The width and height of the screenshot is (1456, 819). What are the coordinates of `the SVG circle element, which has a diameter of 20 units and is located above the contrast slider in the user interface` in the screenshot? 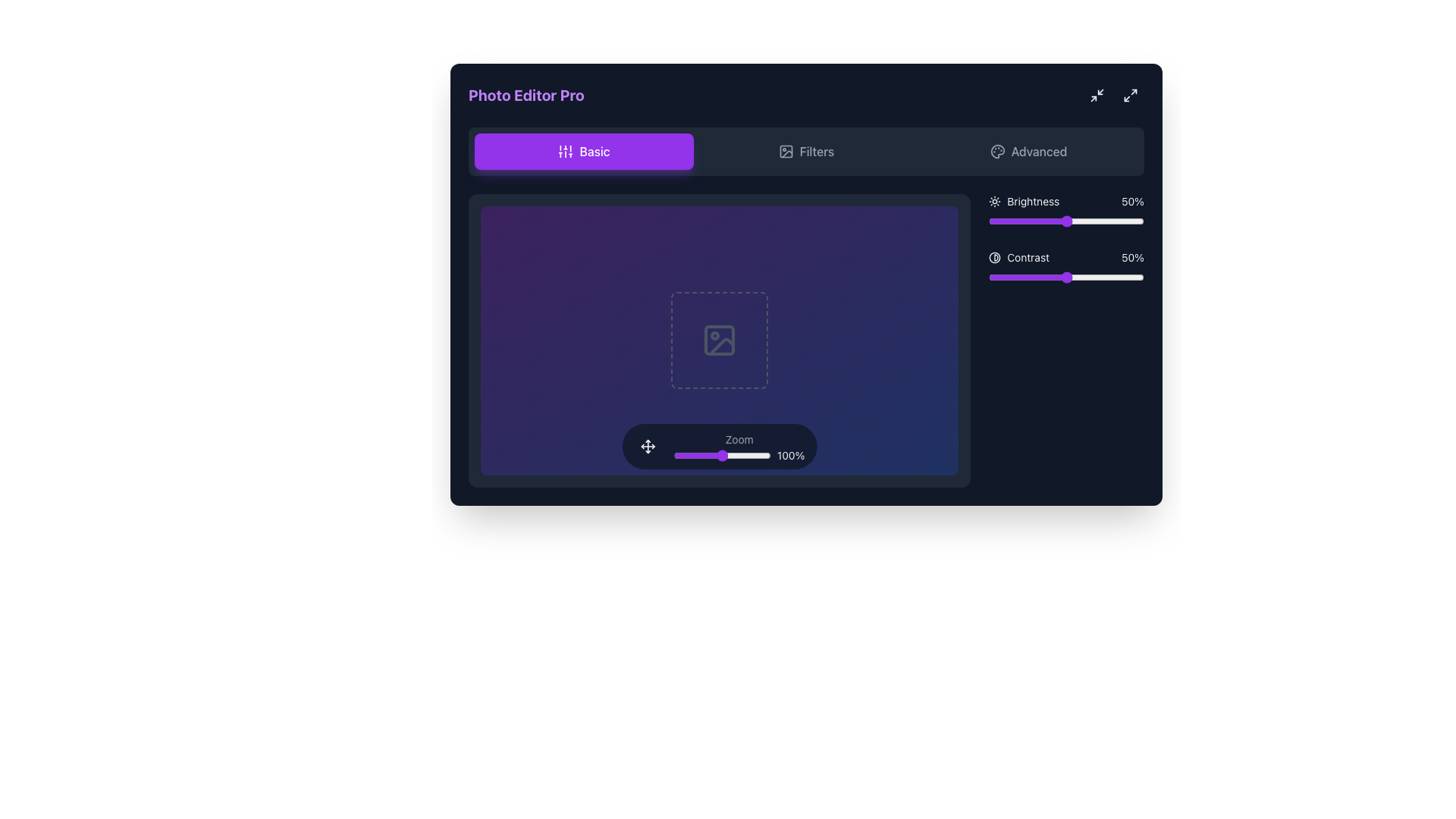 It's located at (995, 256).